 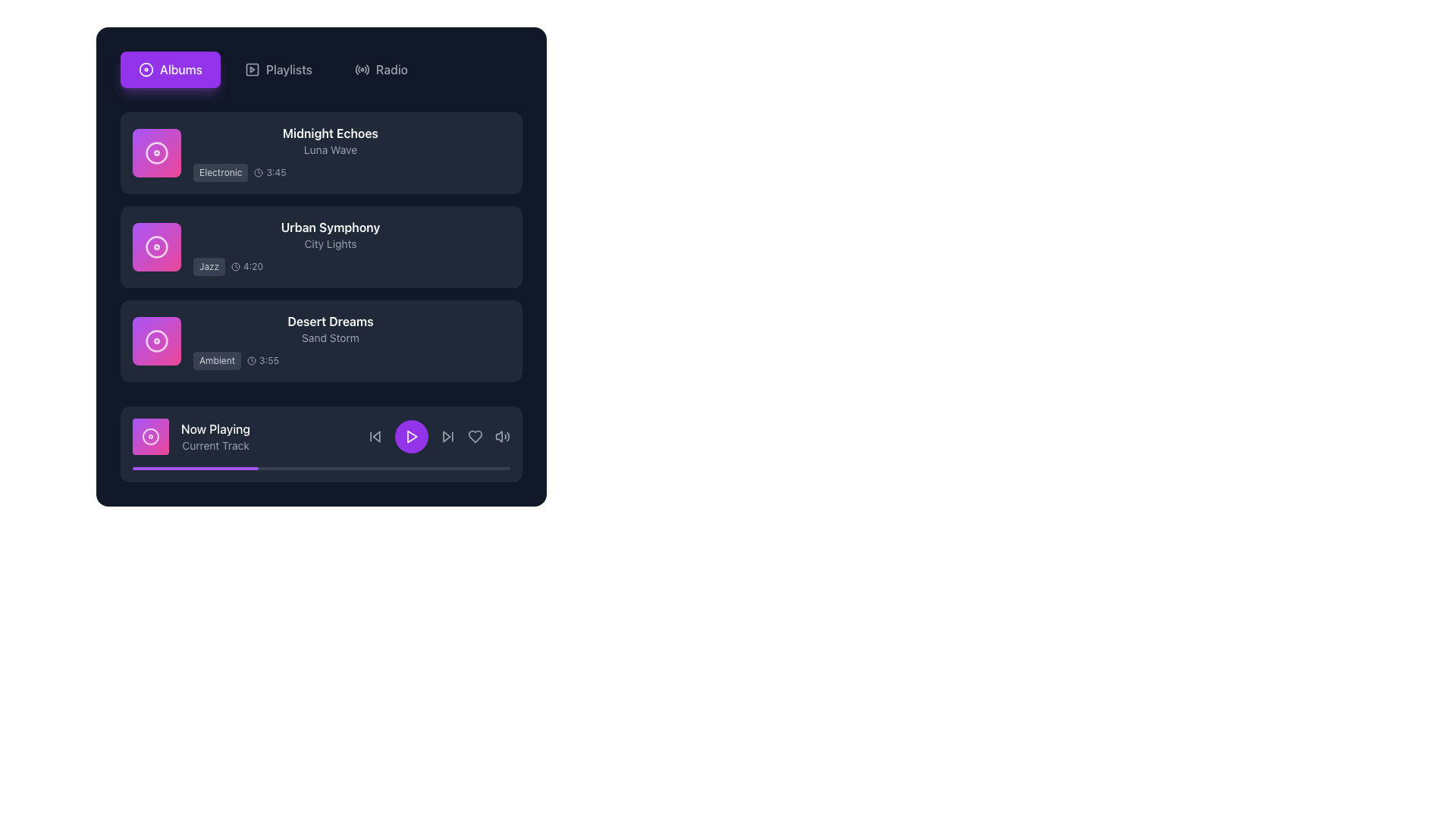 I want to click on the static text label indicating the currently playing track, which is positioned at the bottom section of a panel, above the 'Current Track' text element, so click(x=215, y=429).